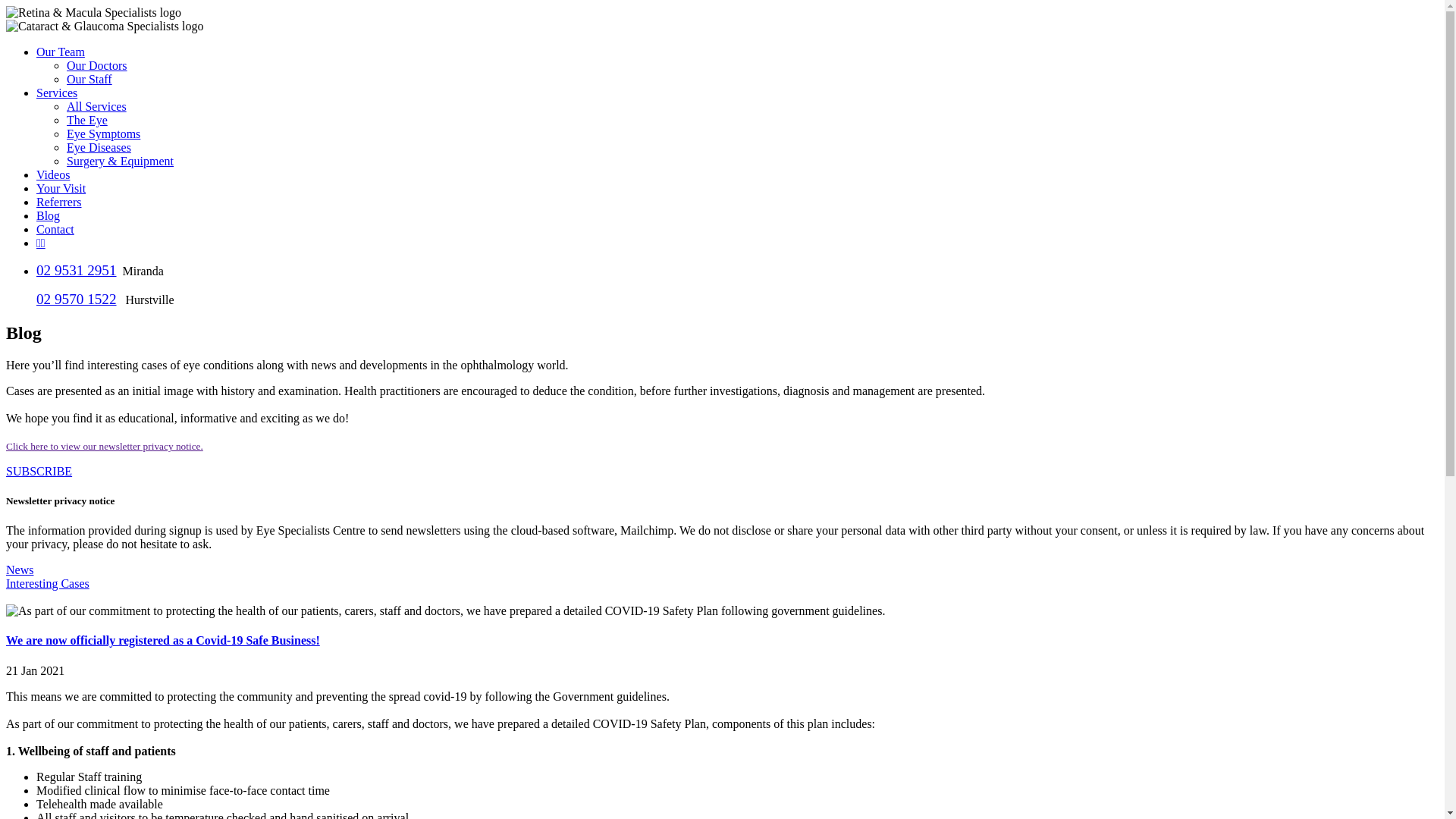  What do you see at coordinates (98, 147) in the screenshot?
I see `'Eye Diseases'` at bounding box center [98, 147].